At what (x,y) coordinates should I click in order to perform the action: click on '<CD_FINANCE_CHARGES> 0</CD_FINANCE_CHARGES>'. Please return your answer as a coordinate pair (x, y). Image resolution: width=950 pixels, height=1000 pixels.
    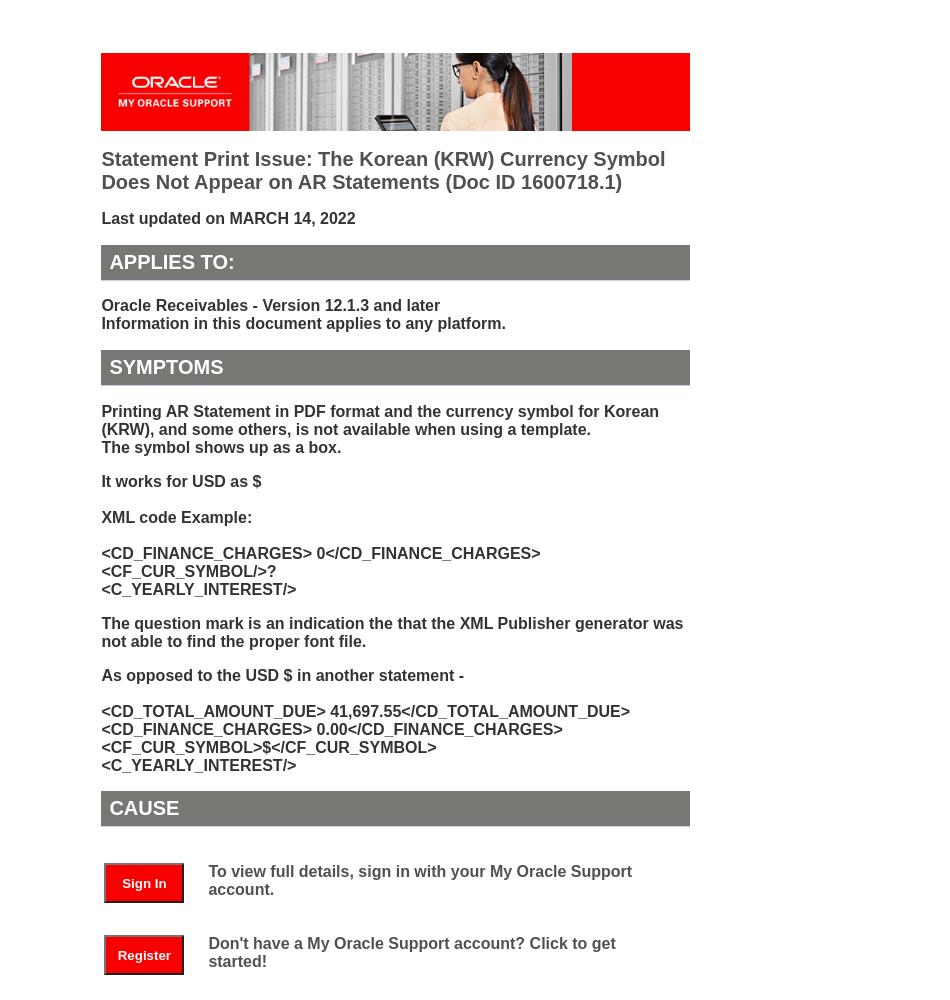
    Looking at the image, I should click on (319, 552).